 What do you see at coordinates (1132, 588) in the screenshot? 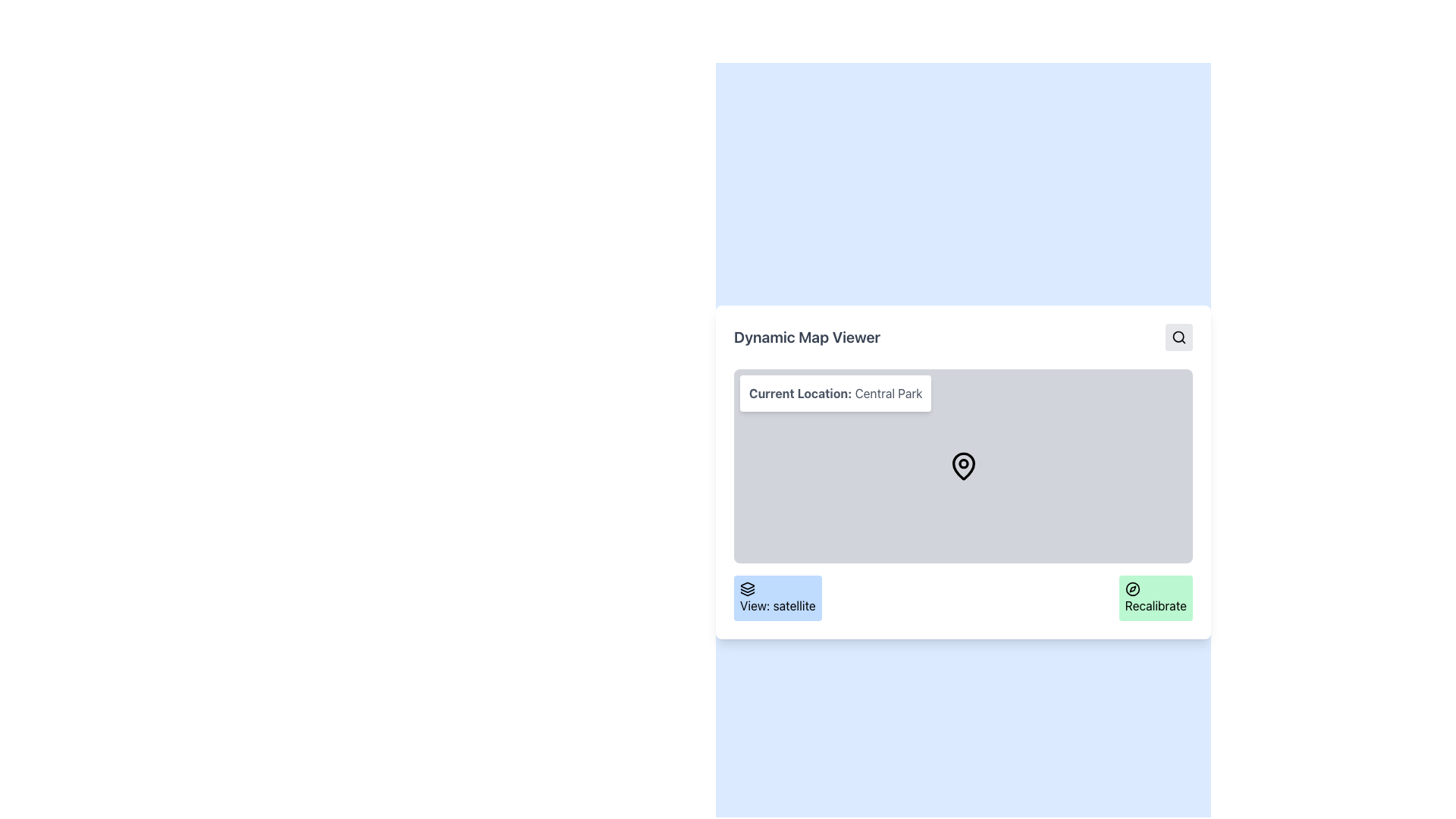
I see `the bottom right green button labeled 'Recalibrate' which contains the recalibration icon, indicating a reset or location recalibration action related to the map` at bounding box center [1132, 588].